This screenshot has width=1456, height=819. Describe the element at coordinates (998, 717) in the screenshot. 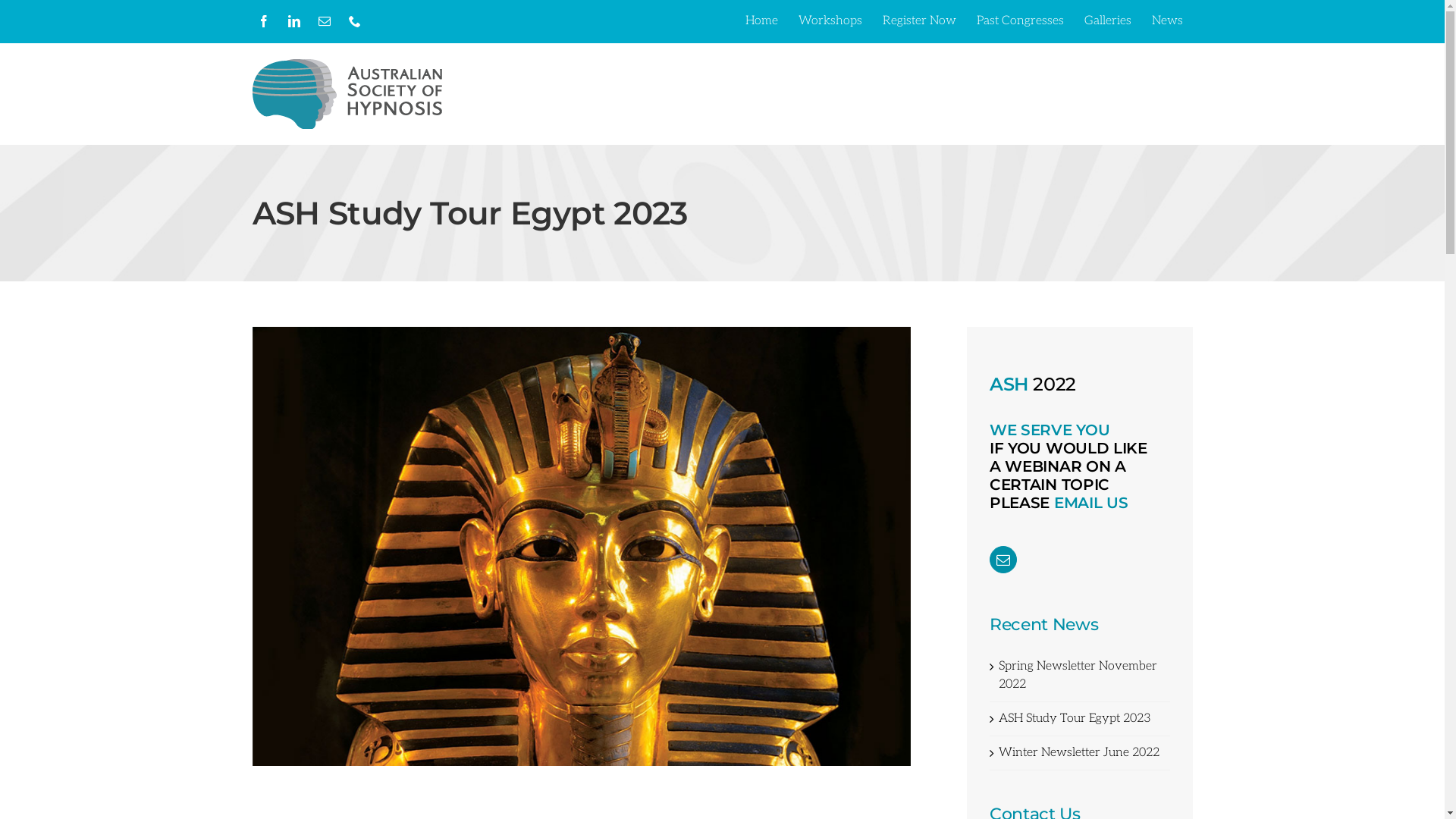

I see `'ASH Study Tour Egypt 2023'` at that location.